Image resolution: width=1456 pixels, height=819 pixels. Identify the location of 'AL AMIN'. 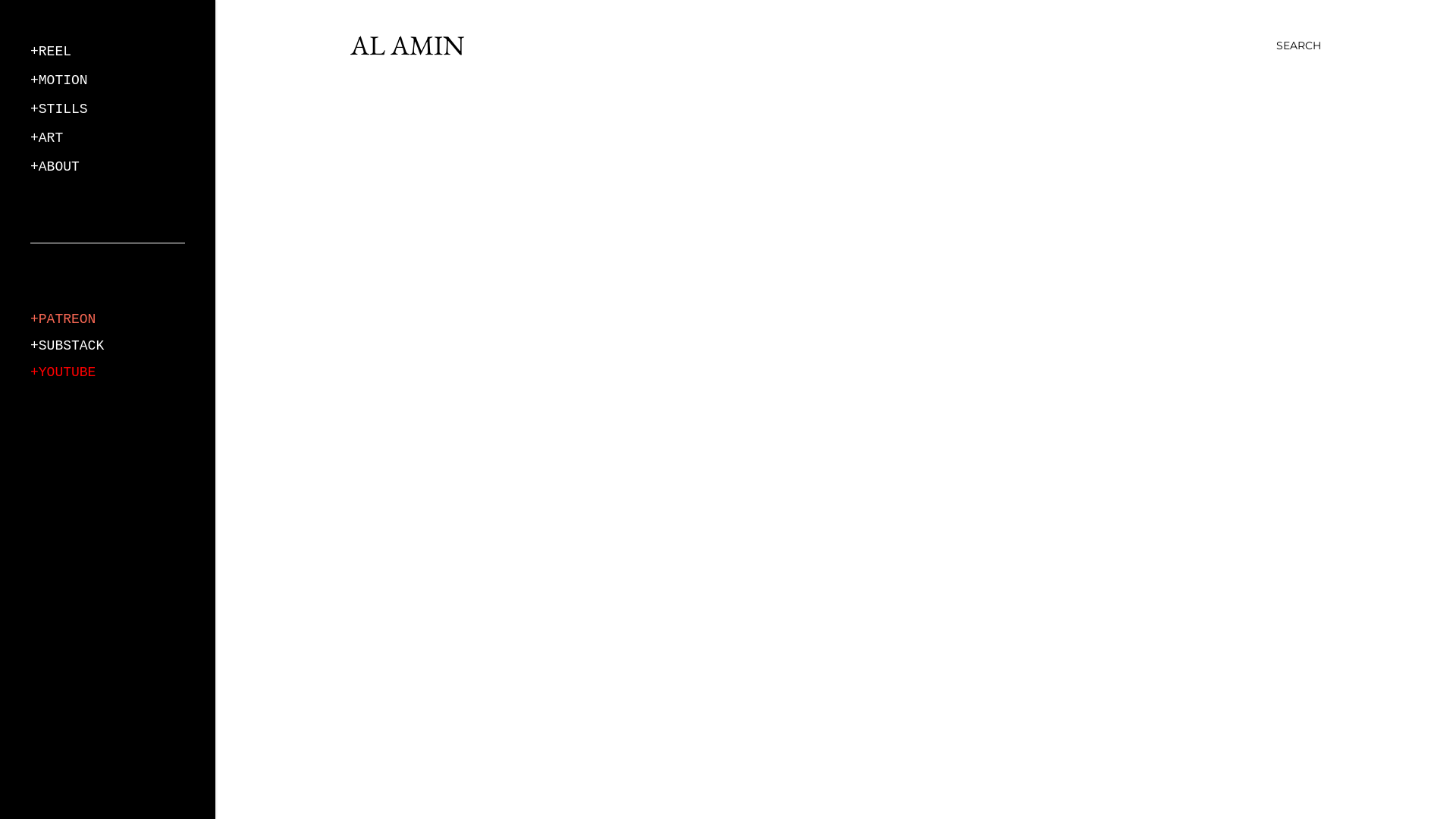
(407, 44).